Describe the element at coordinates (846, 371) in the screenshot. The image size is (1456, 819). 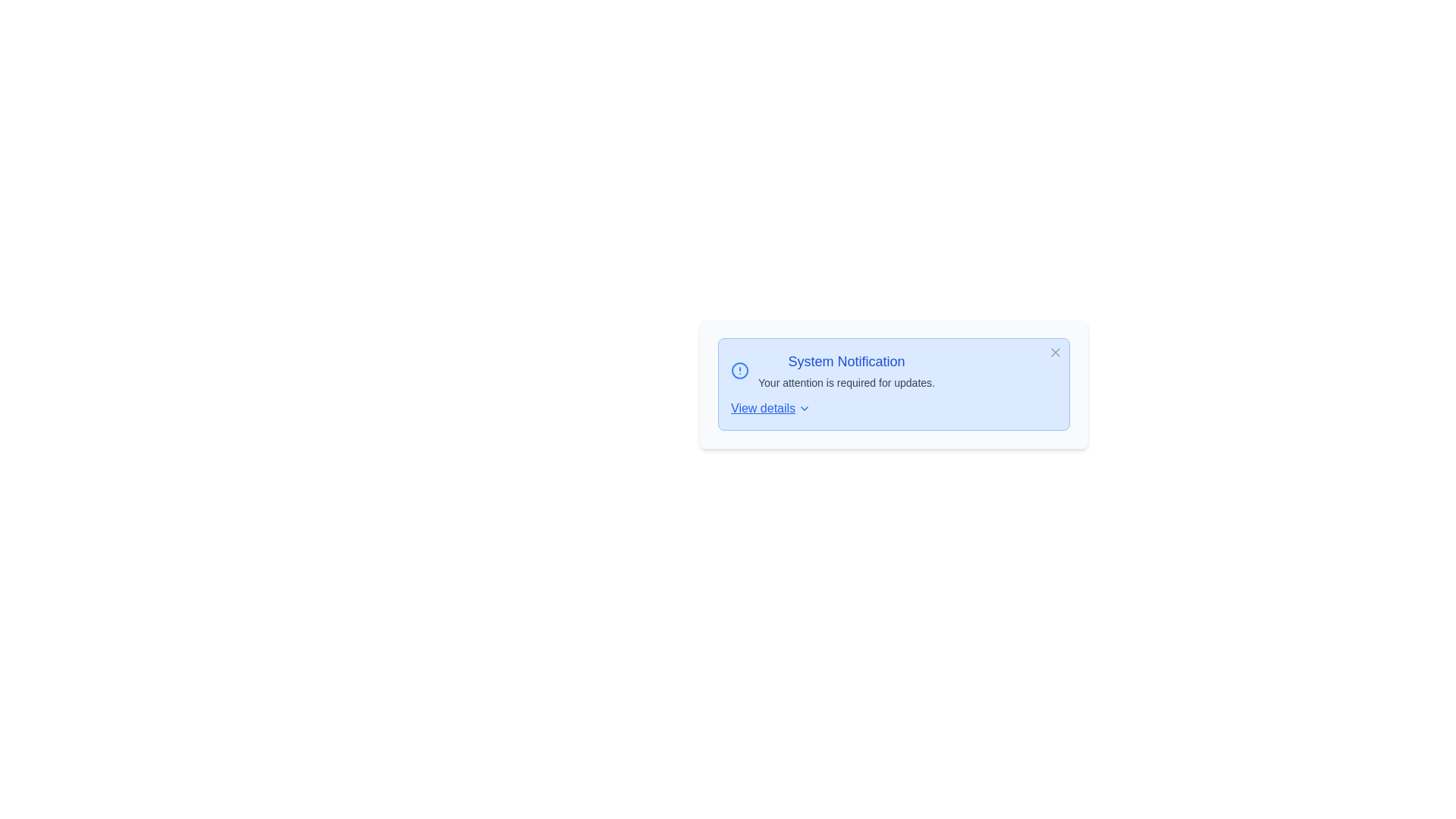
I see `the text element with styled headings that displays 'System Notification' and 'Your attention is required for updates.'` at that location.